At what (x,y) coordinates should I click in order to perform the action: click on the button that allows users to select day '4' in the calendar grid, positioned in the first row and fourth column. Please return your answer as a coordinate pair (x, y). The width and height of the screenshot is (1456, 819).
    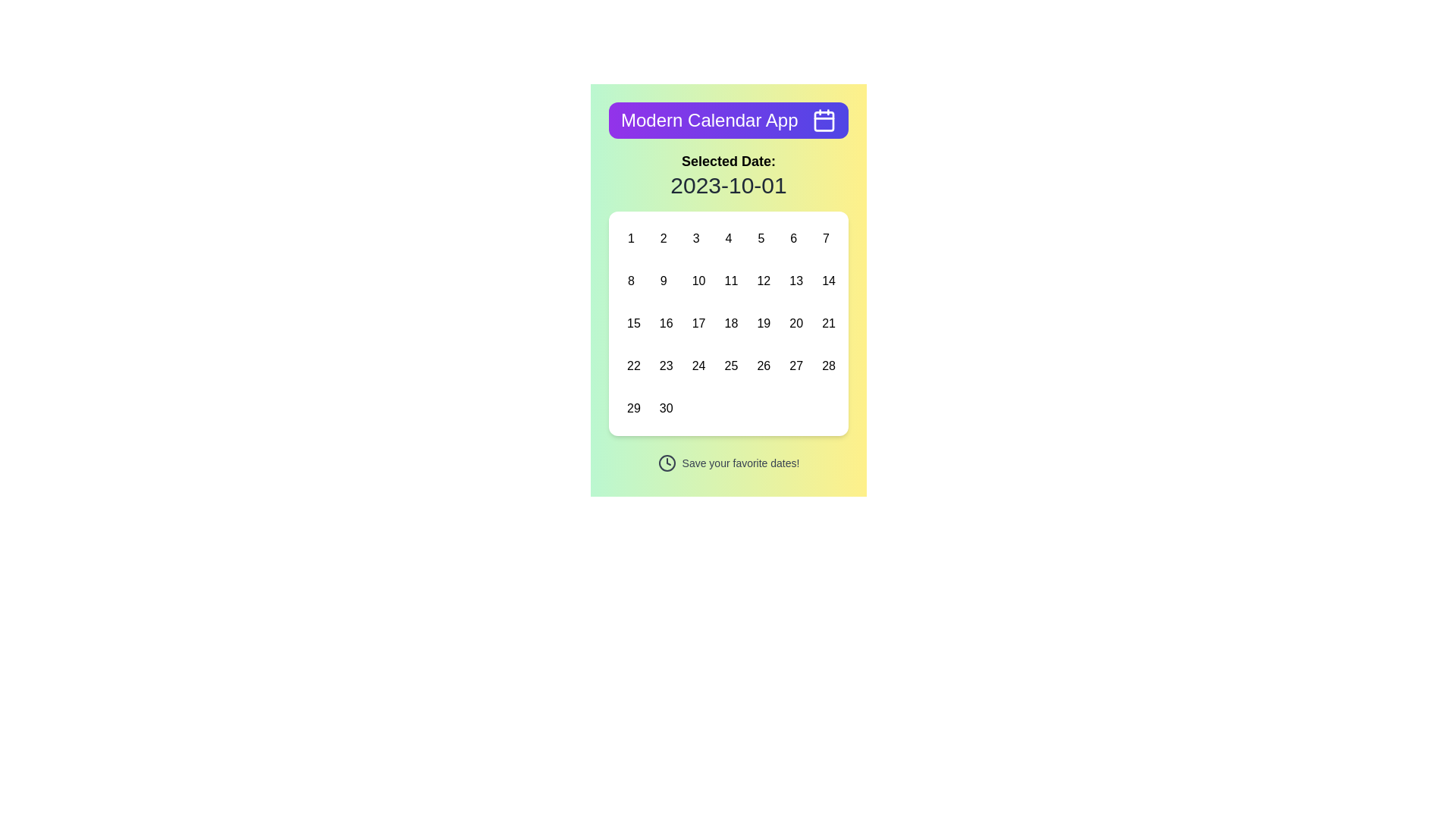
    Looking at the image, I should click on (728, 239).